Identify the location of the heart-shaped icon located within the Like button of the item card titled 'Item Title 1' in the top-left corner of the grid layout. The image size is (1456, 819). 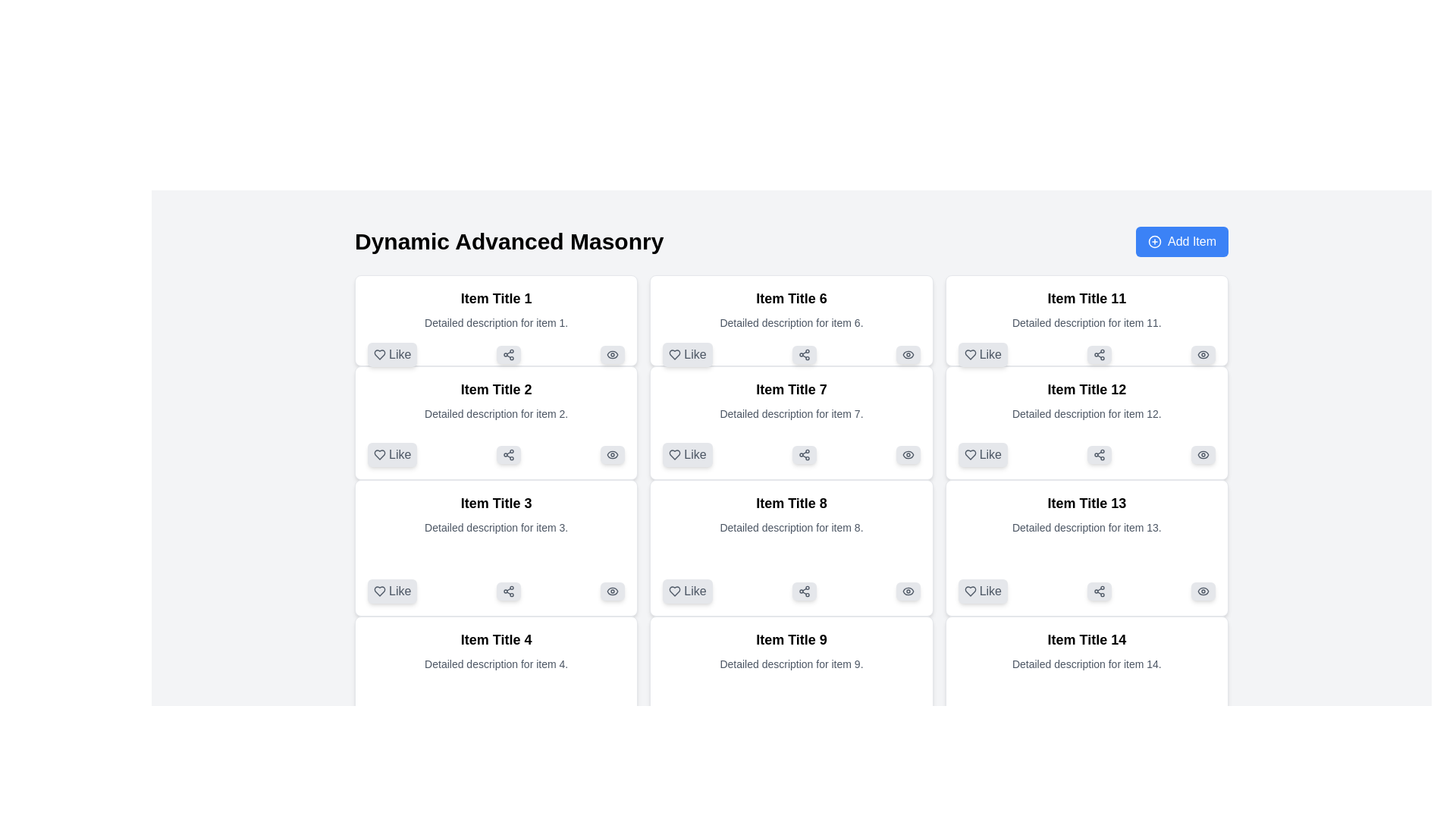
(379, 354).